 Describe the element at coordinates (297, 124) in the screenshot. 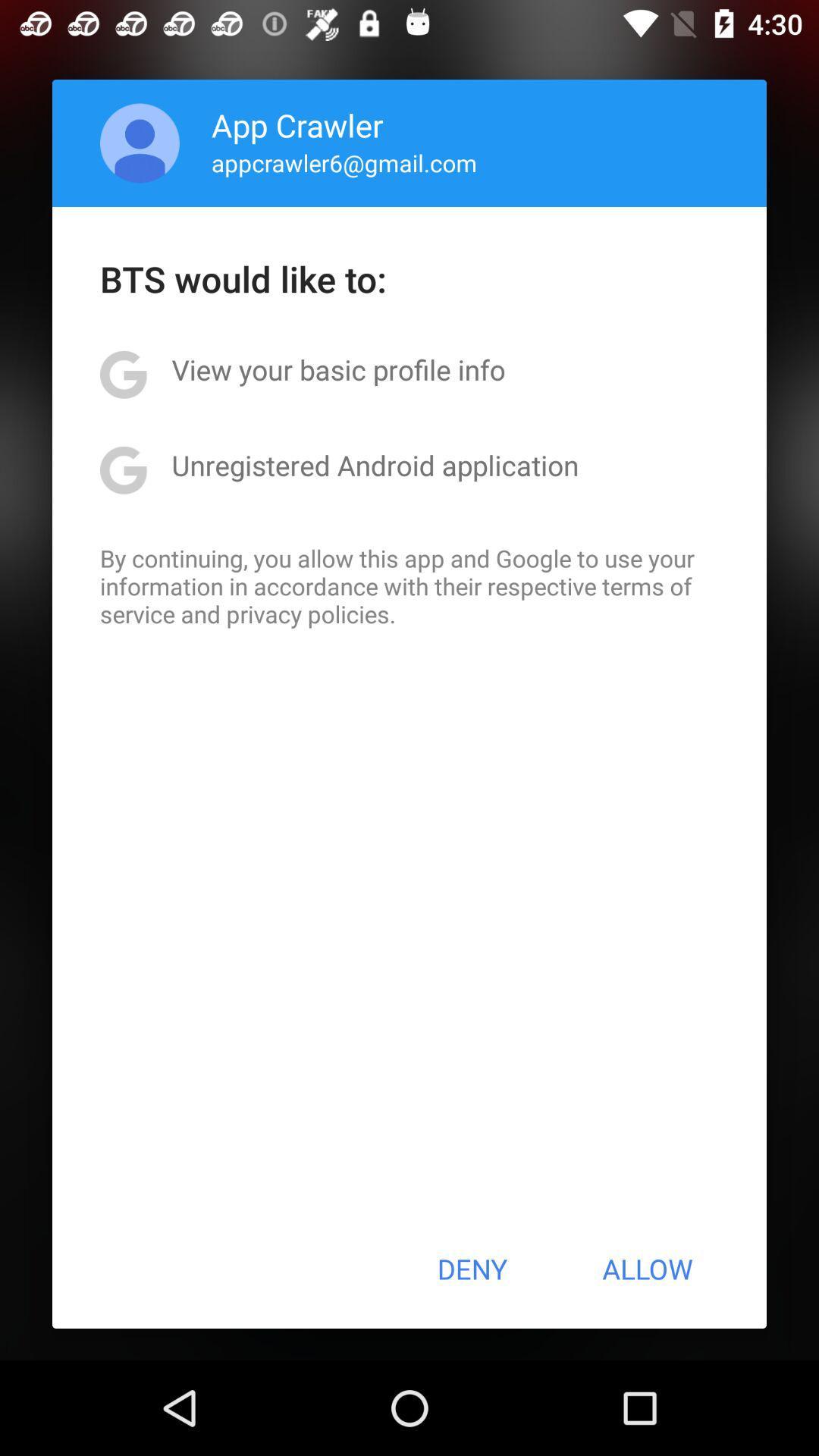

I see `app crawler` at that location.